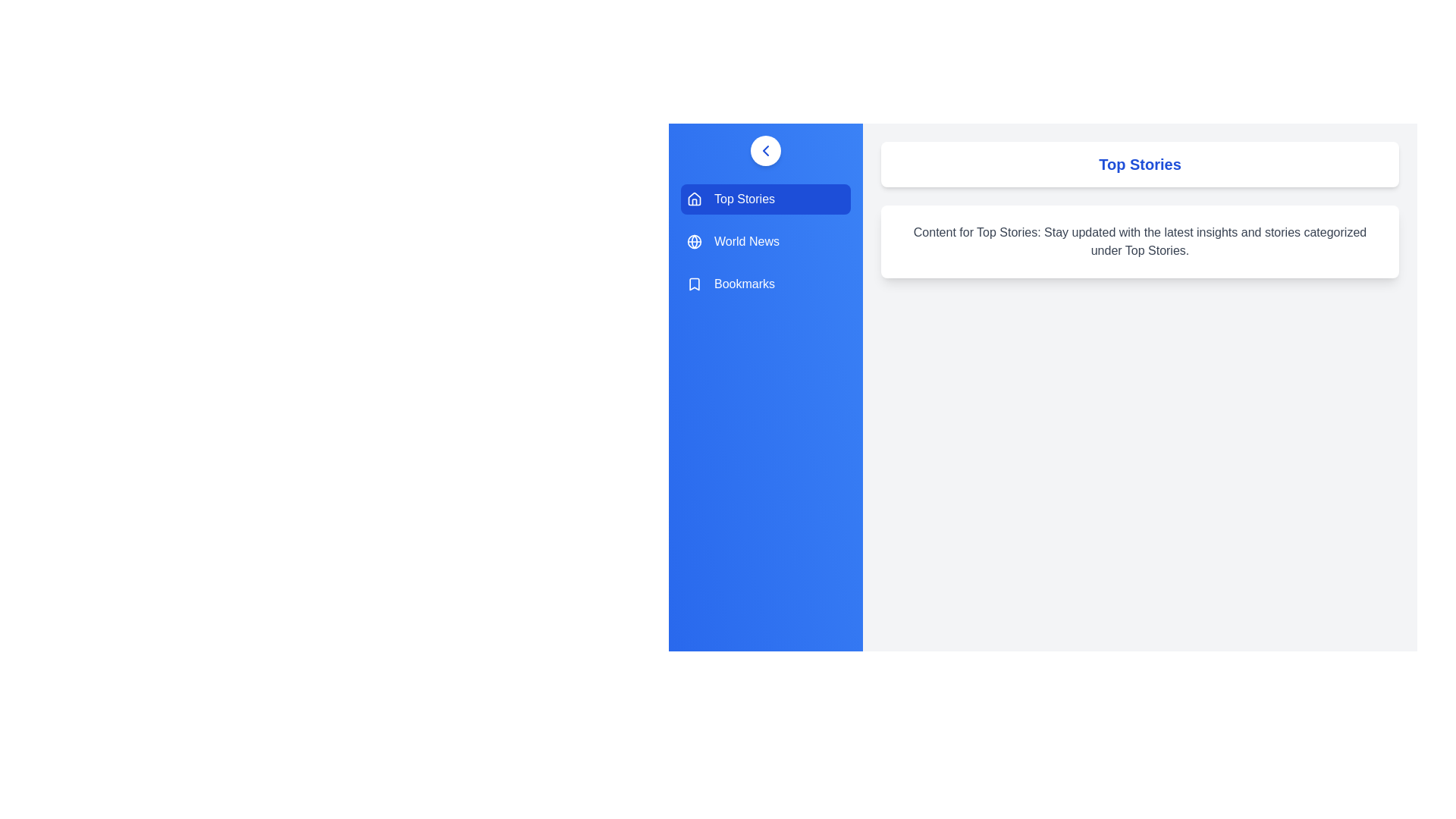 This screenshot has width=1456, height=819. I want to click on the category World News from the list, so click(765, 241).